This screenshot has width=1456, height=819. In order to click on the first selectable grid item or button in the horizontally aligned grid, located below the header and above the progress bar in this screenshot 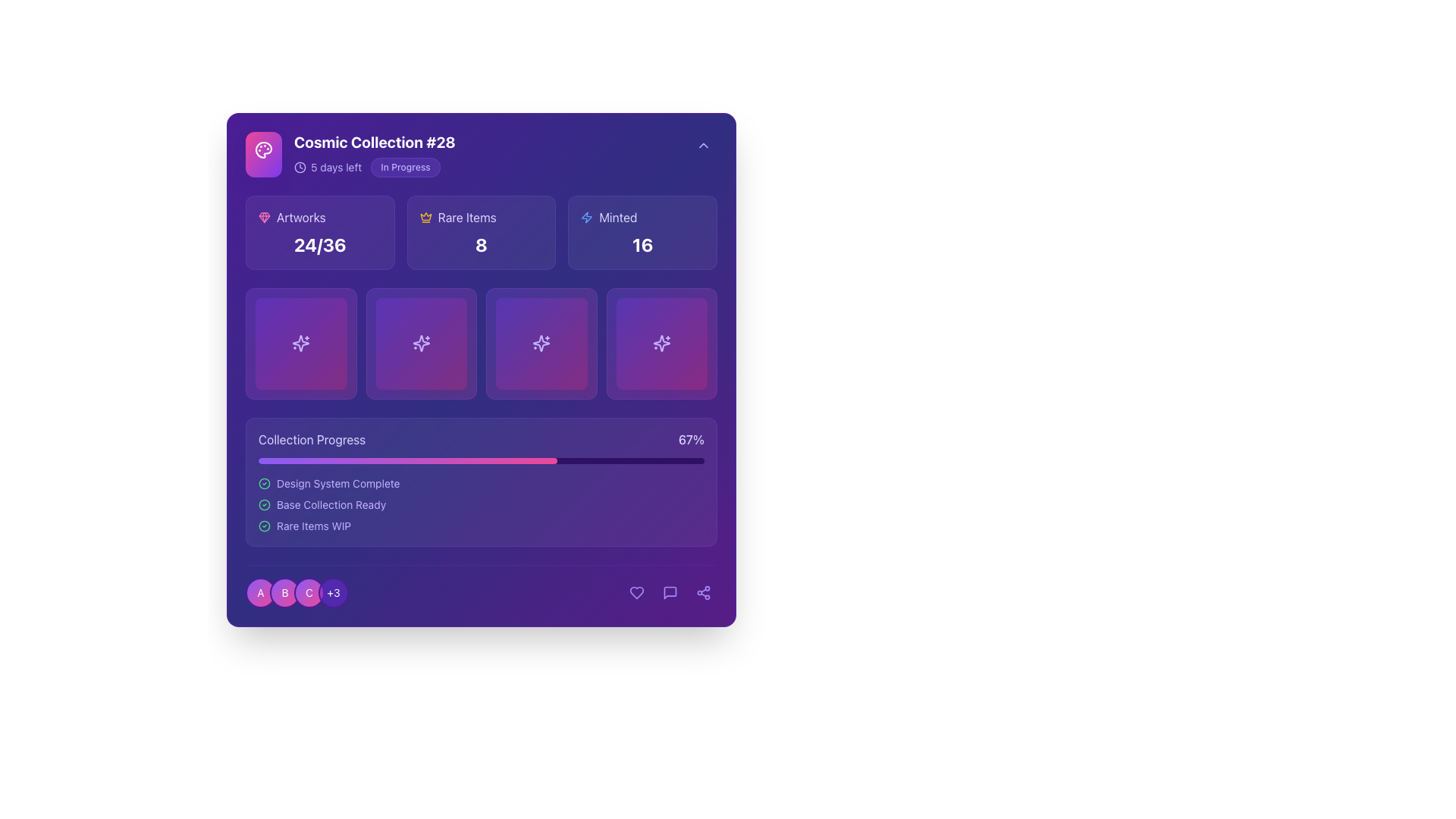, I will do `click(301, 344)`.